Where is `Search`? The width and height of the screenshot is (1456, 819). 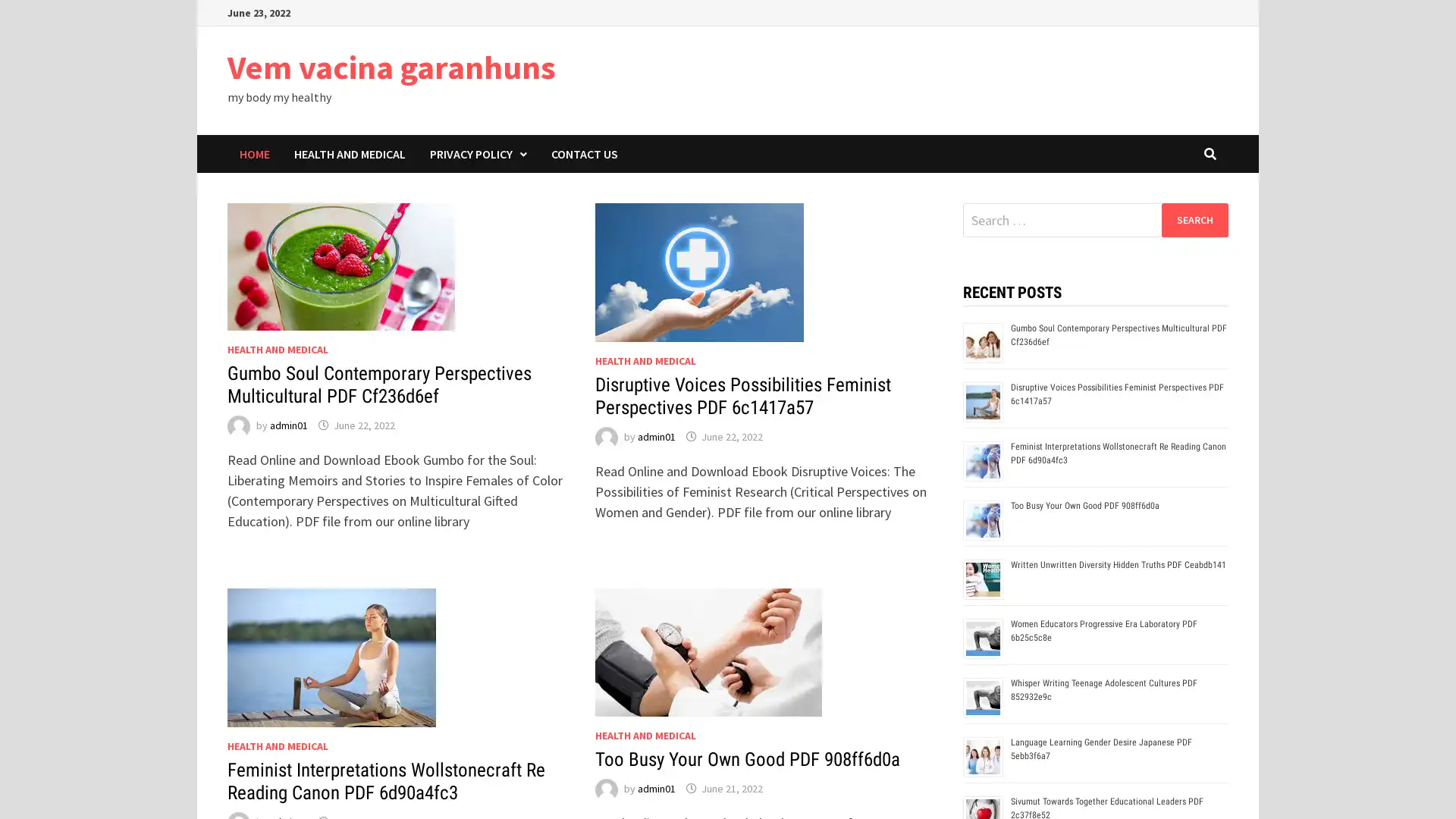 Search is located at coordinates (1194, 219).